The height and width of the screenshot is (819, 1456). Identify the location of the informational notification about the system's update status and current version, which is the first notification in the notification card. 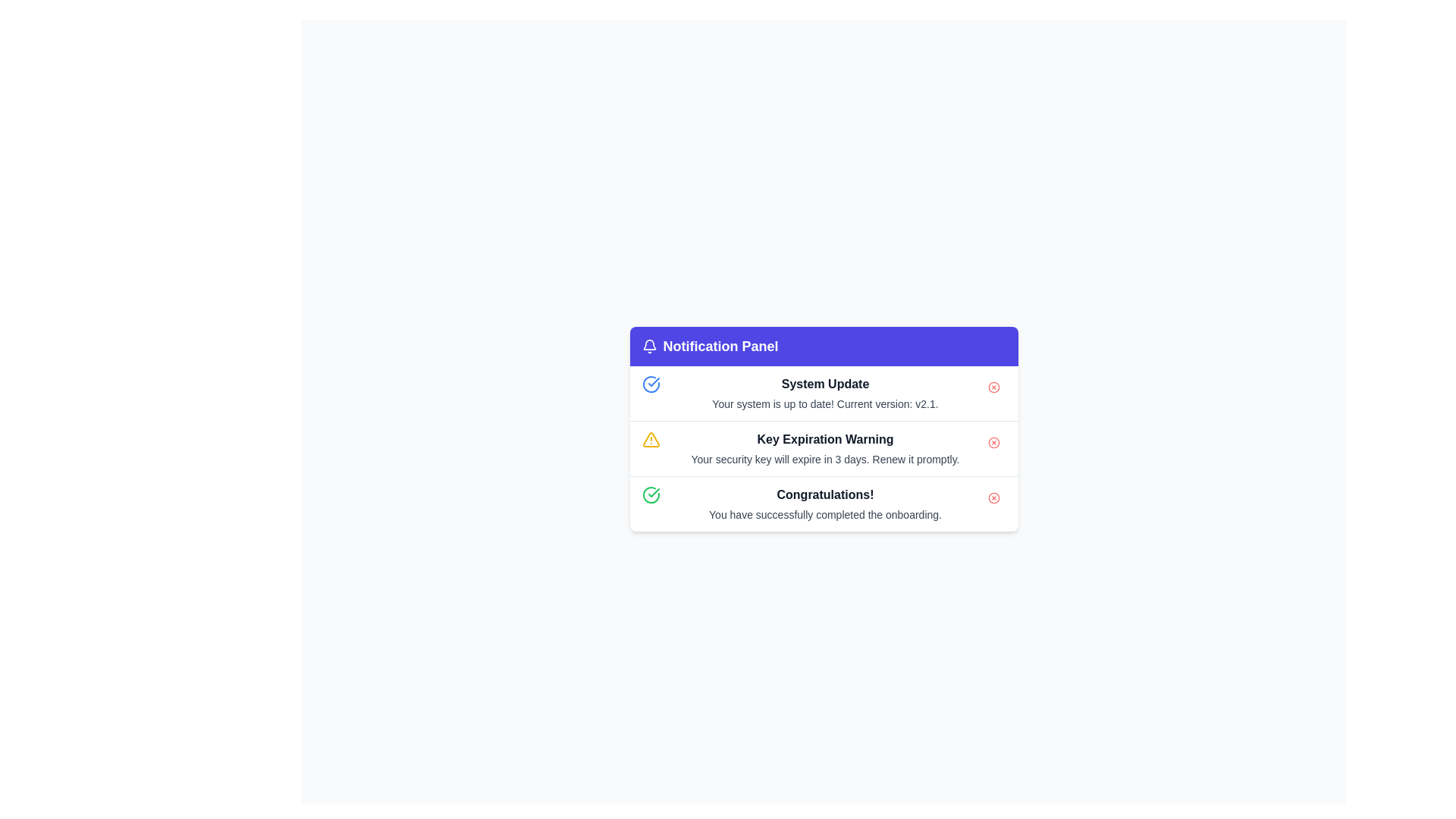
(824, 393).